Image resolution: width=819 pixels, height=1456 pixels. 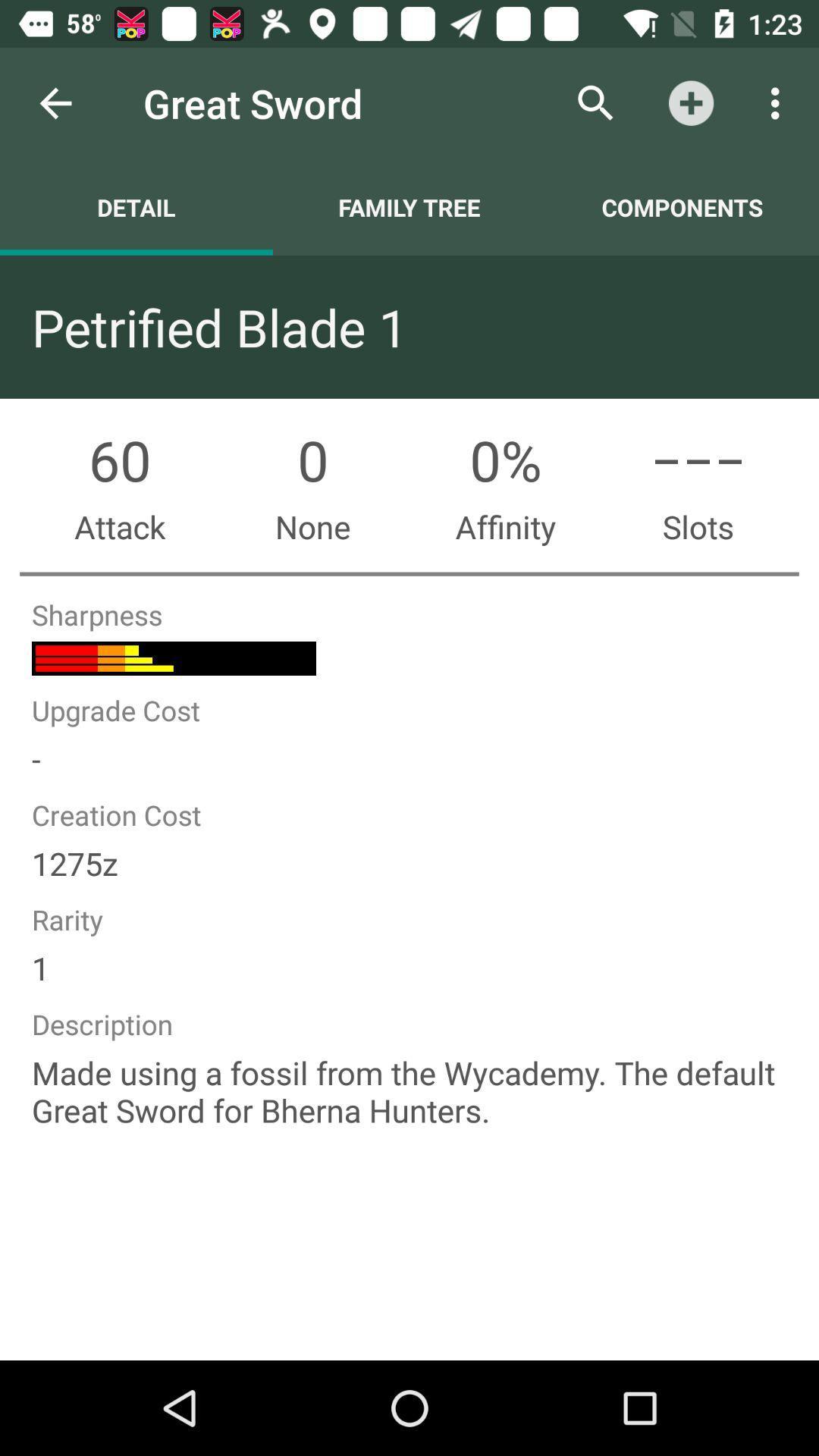 What do you see at coordinates (409, 206) in the screenshot?
I see `the app next to components app` at bounding box center [409, 206].